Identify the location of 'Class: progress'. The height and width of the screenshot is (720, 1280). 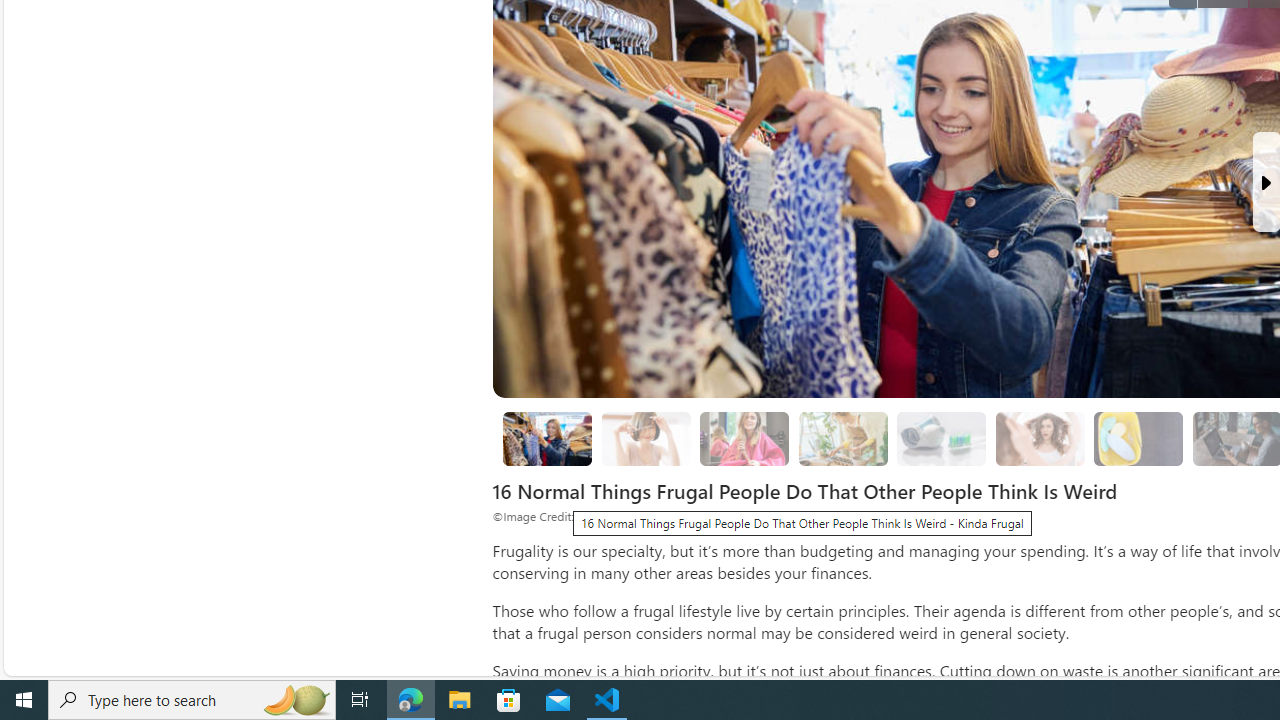
(1138, 434).